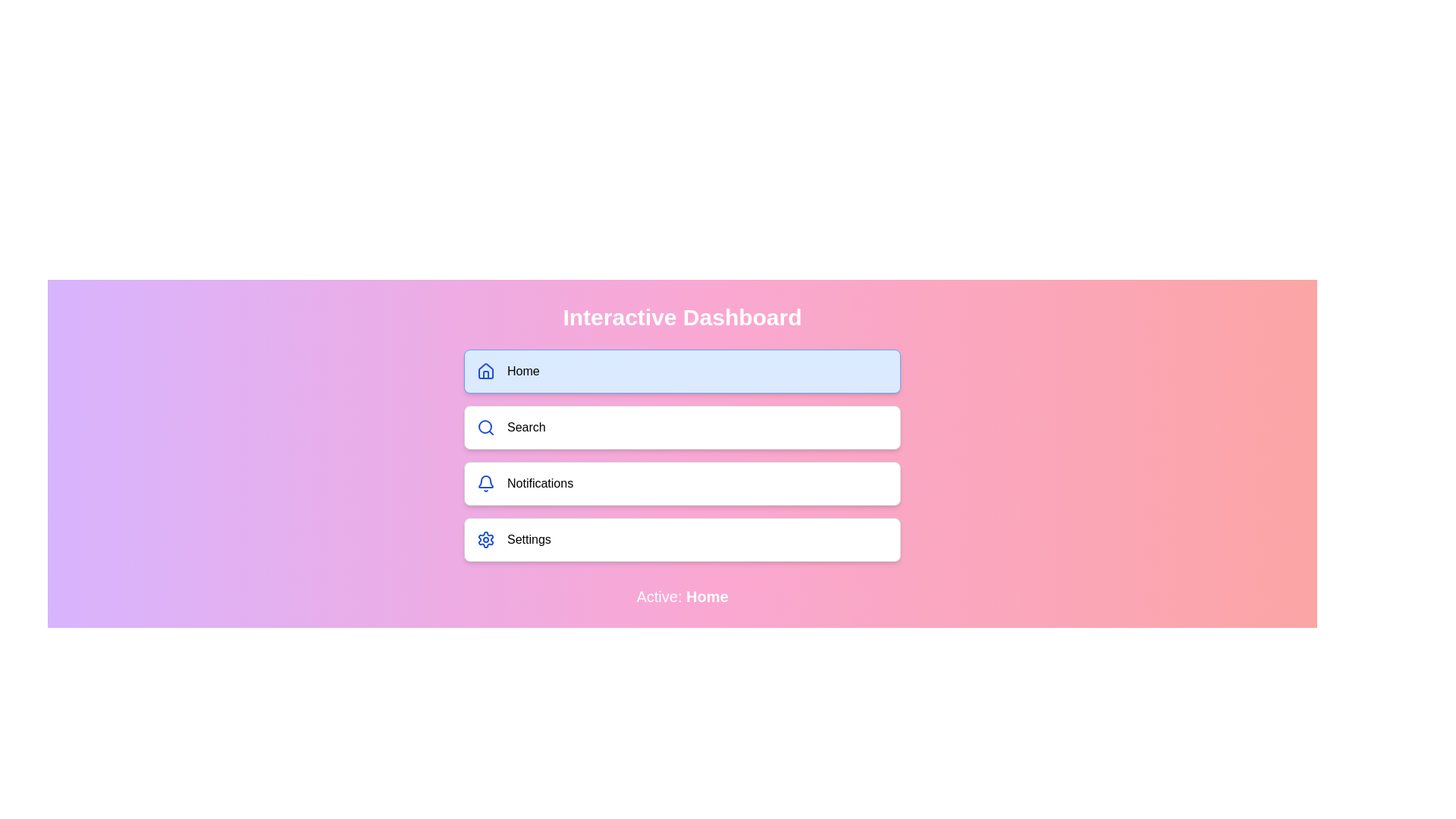  Describe the element at coordinates (682, 539) in the screenshot. I see `the Settings navigation menu item` at that location.